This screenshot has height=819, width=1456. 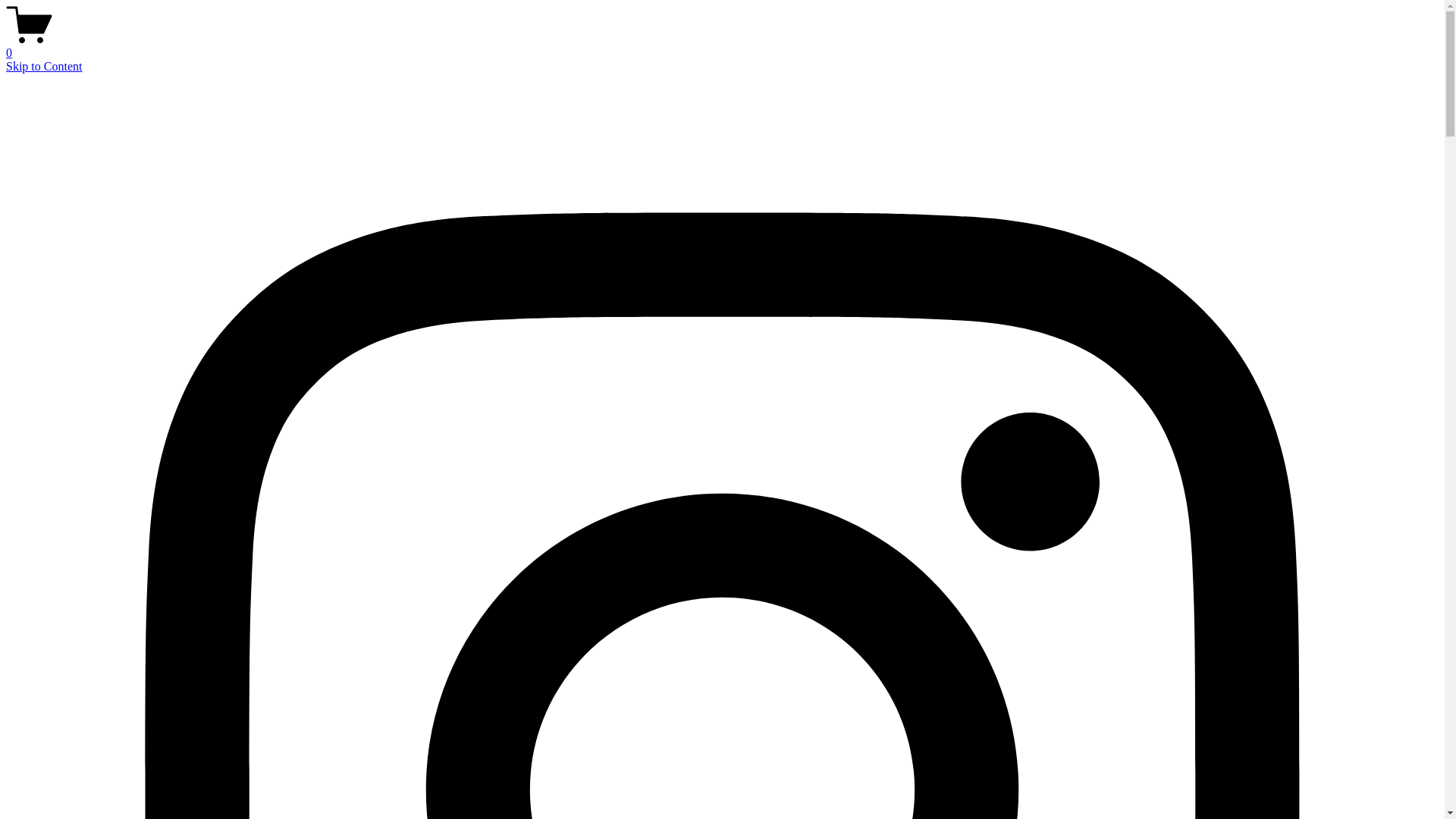 I want to click on '0', so click(x=721, y=45).